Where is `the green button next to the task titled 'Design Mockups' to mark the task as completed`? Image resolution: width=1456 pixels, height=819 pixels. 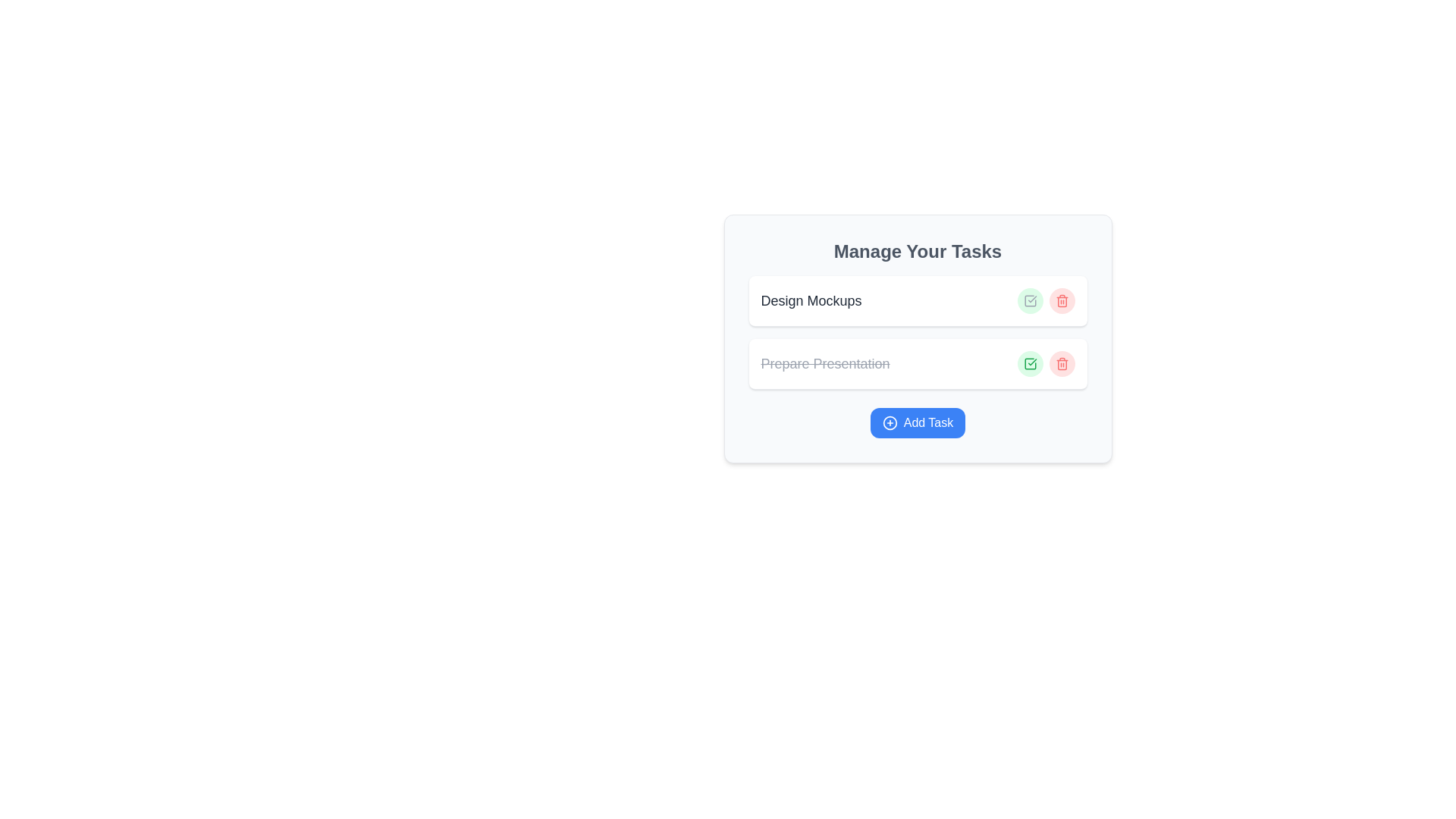 the green button next to the task titled 'Design Mockups' to mark the task as completed is located at coordinates (1045, 301).